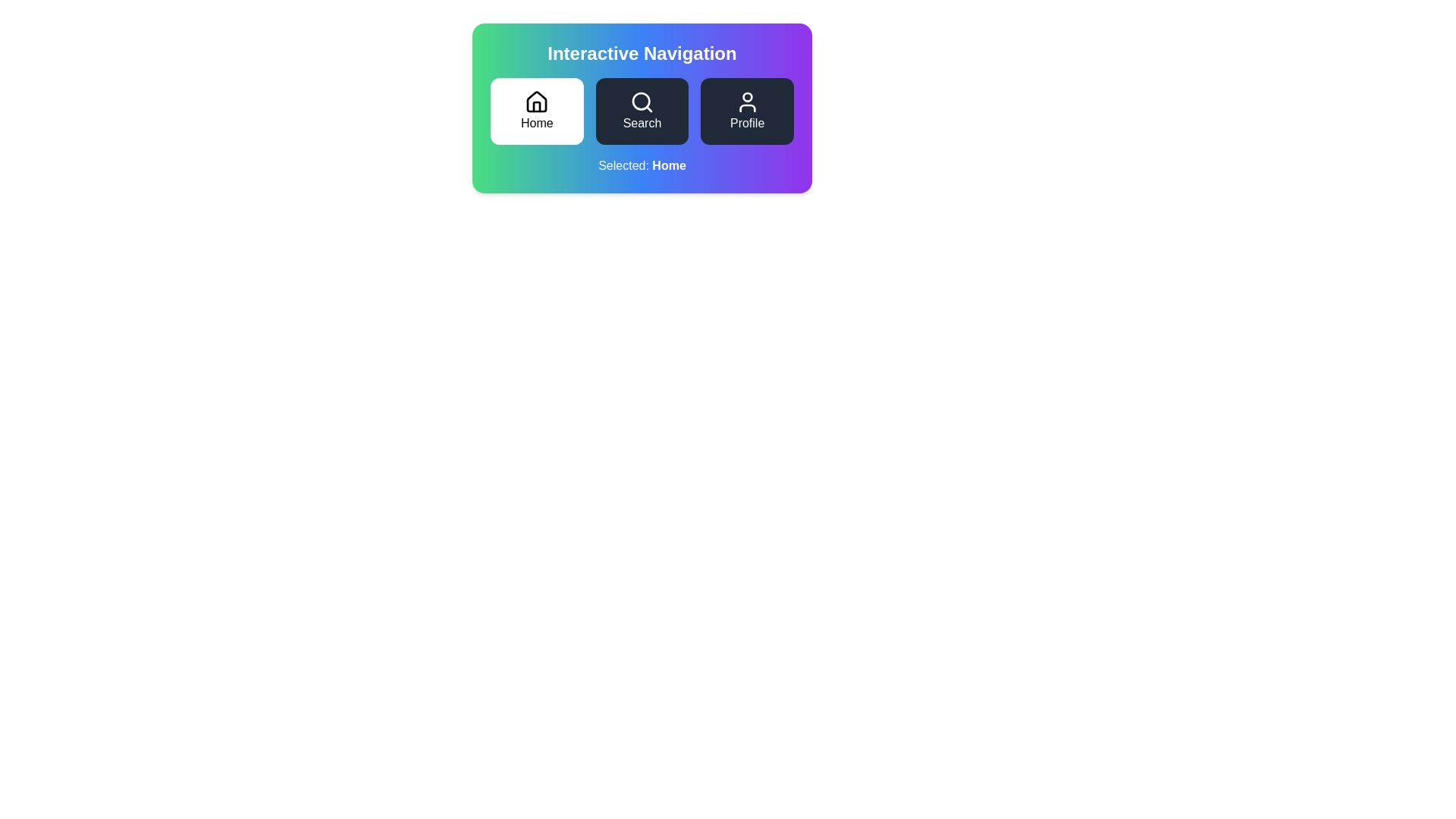 The width and height of the screenshot is (1456, 819). Describe the element at coordinates (537, 110) in the screenshot. I see `the 'Home' navigation button to observe the hover state effect` at that location.